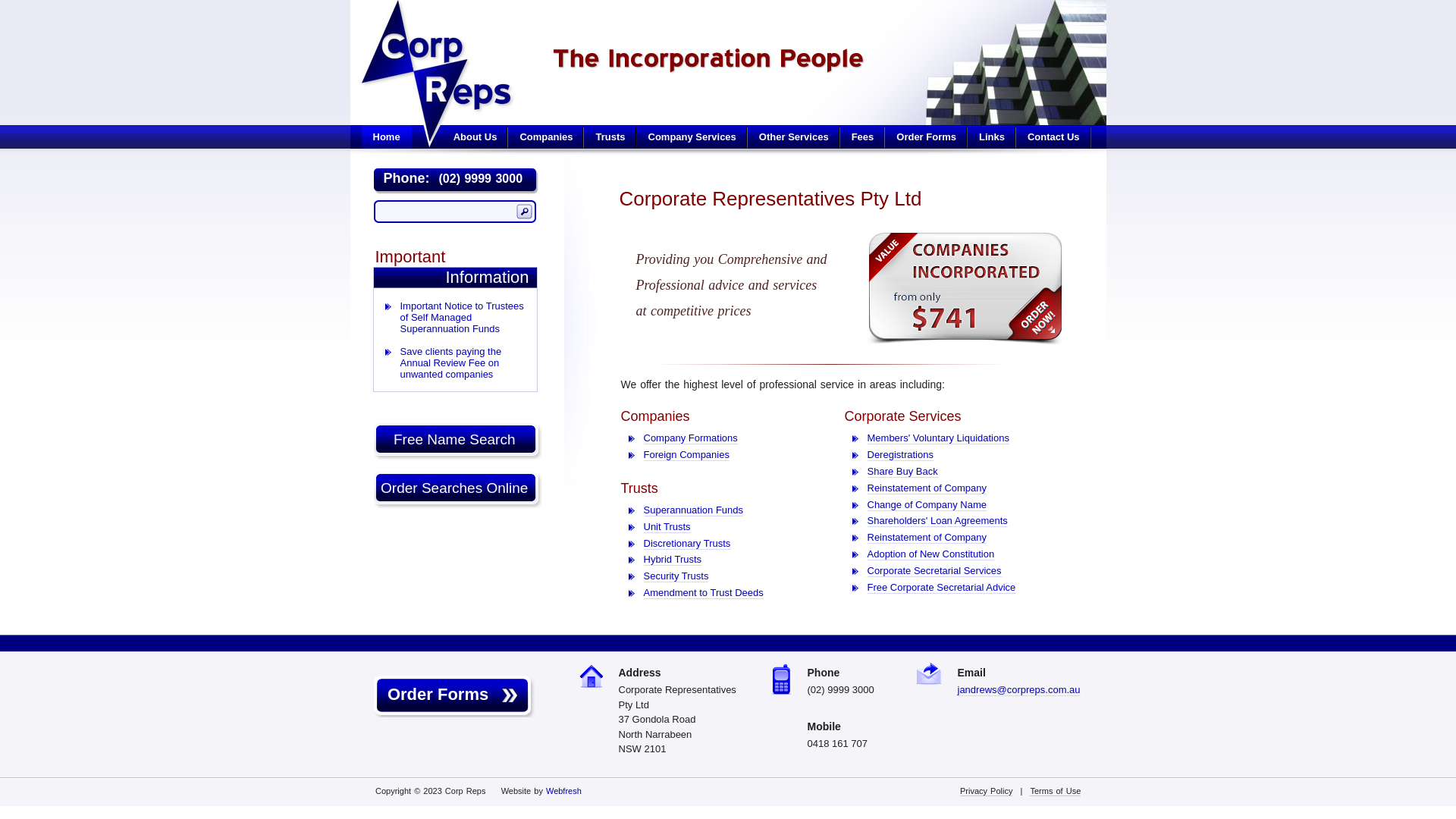 This screenshot has height=819, width=1456. What do you see at coordinates (675, 576) in the screenshot?
I see `'Security Trusts'` at bounding box center [675, 576].